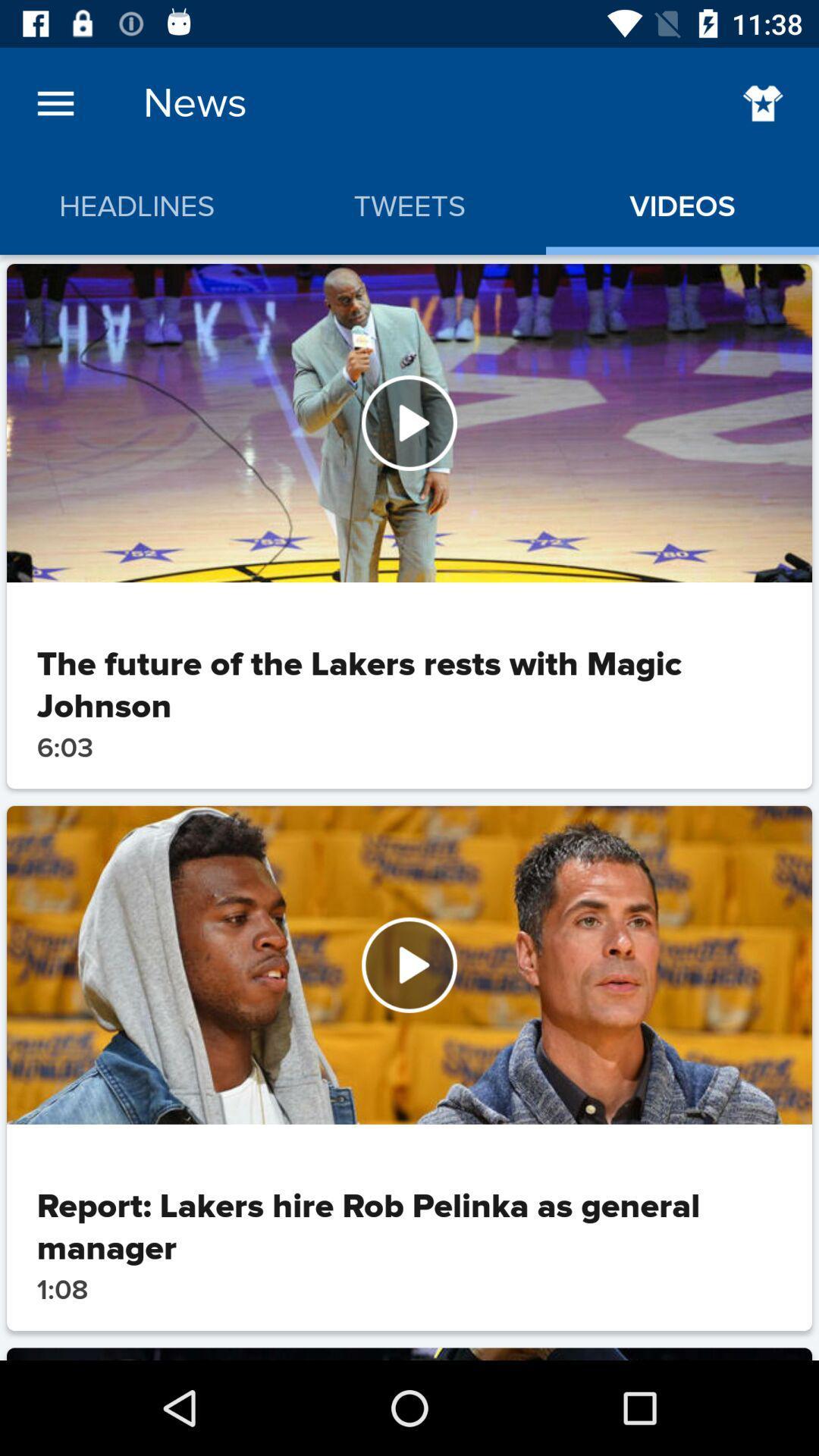 Image resolution: width=819 pixels, height=1456 pixels. Describe the element at coordinates (409, 964) in the screenshot. I see `watch video` at that location.